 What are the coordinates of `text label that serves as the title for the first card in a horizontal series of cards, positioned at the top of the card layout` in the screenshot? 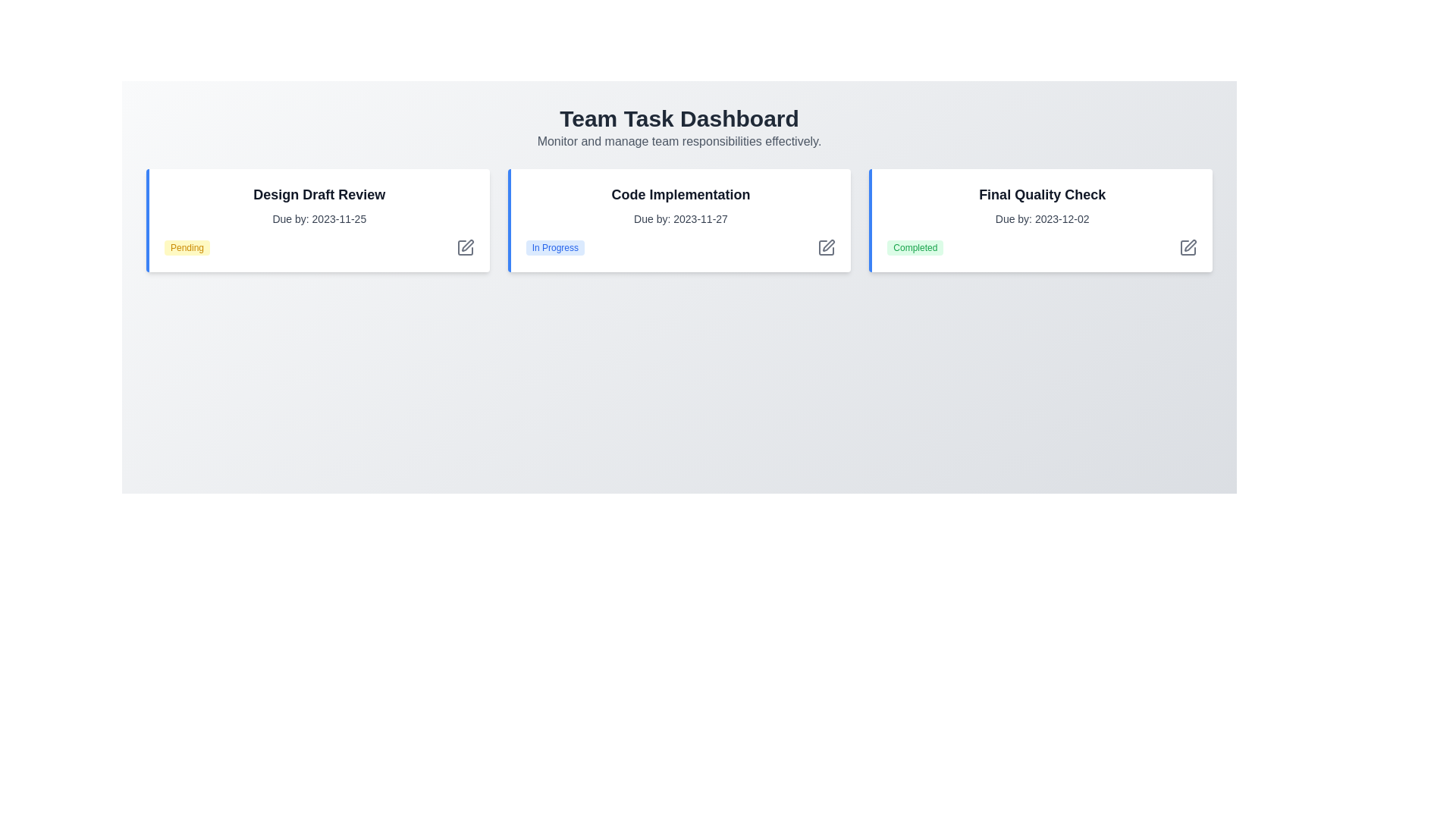 It's located at (318, 194).